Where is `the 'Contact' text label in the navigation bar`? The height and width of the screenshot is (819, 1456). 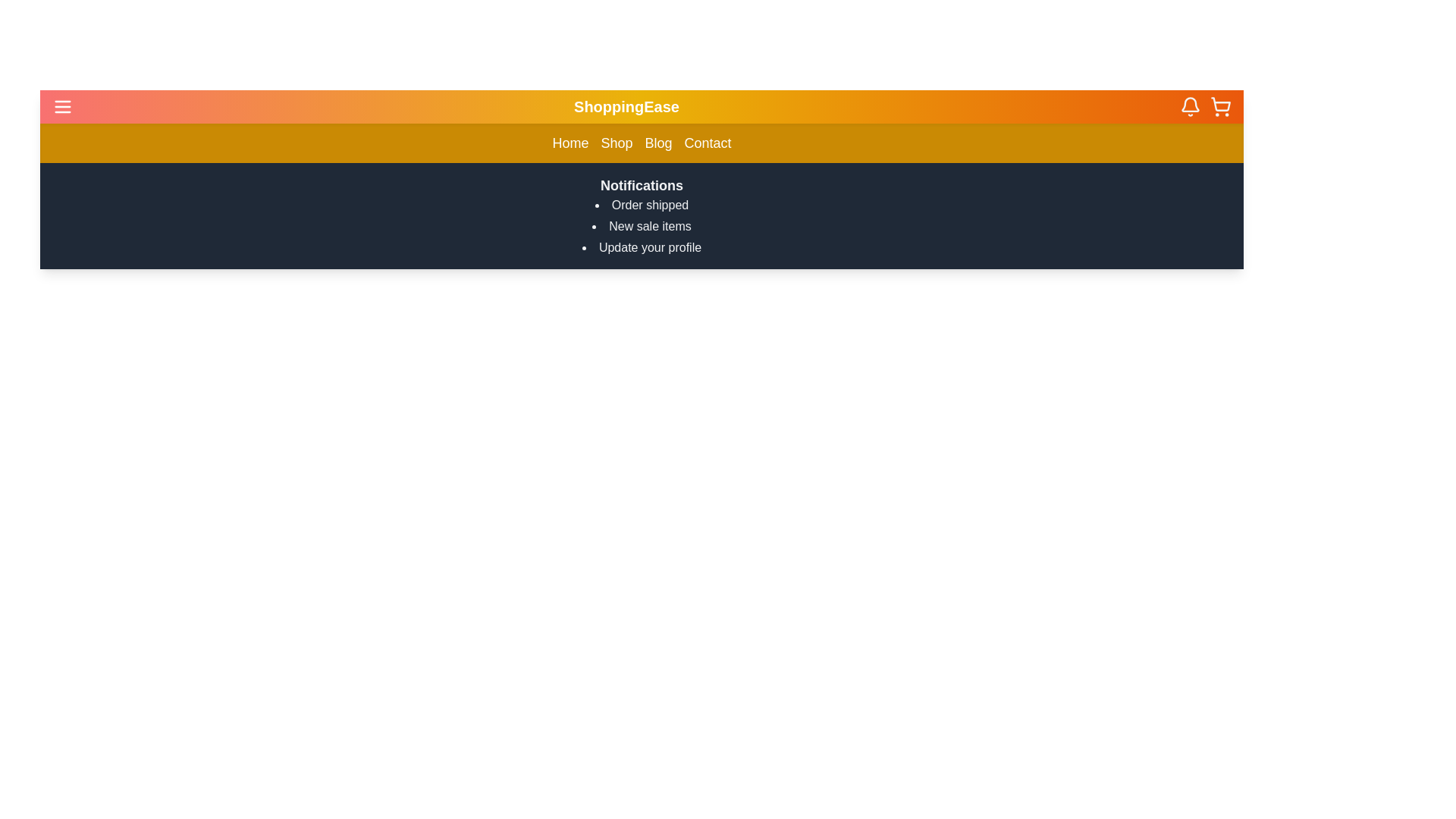
the 'Contact' text label in the navigation bar is located at coordinates (707, 143).